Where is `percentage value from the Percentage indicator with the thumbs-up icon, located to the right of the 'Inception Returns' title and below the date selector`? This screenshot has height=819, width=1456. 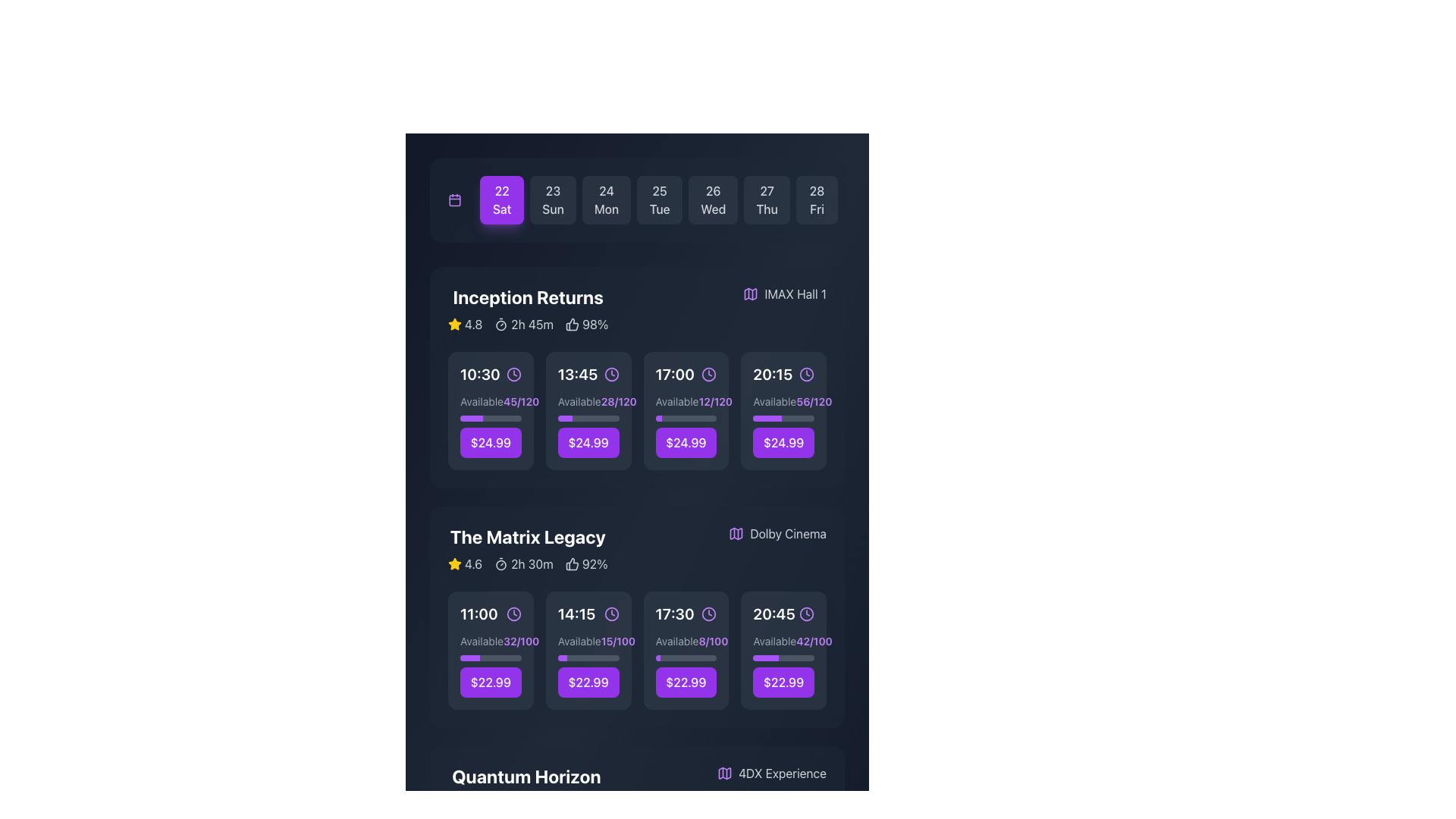 percentage value from the Percentage indicator with the thumbs-up icon, located to the right of the 'Inception Returns' title and below the date selector is located at coordinates (586, 324).